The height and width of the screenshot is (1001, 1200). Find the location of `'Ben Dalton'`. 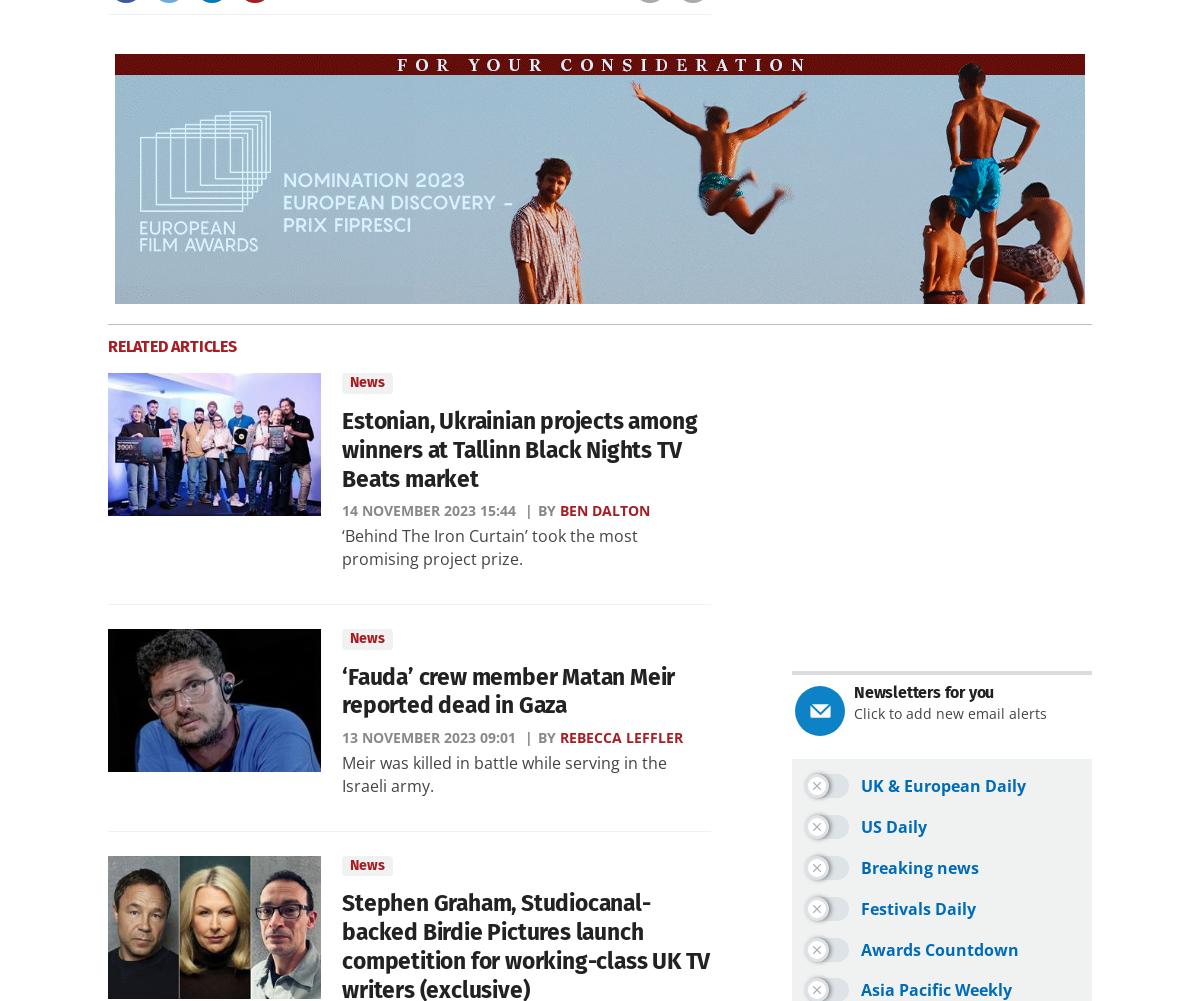

'Ben Dalton' is located at coordinates (605, 509).